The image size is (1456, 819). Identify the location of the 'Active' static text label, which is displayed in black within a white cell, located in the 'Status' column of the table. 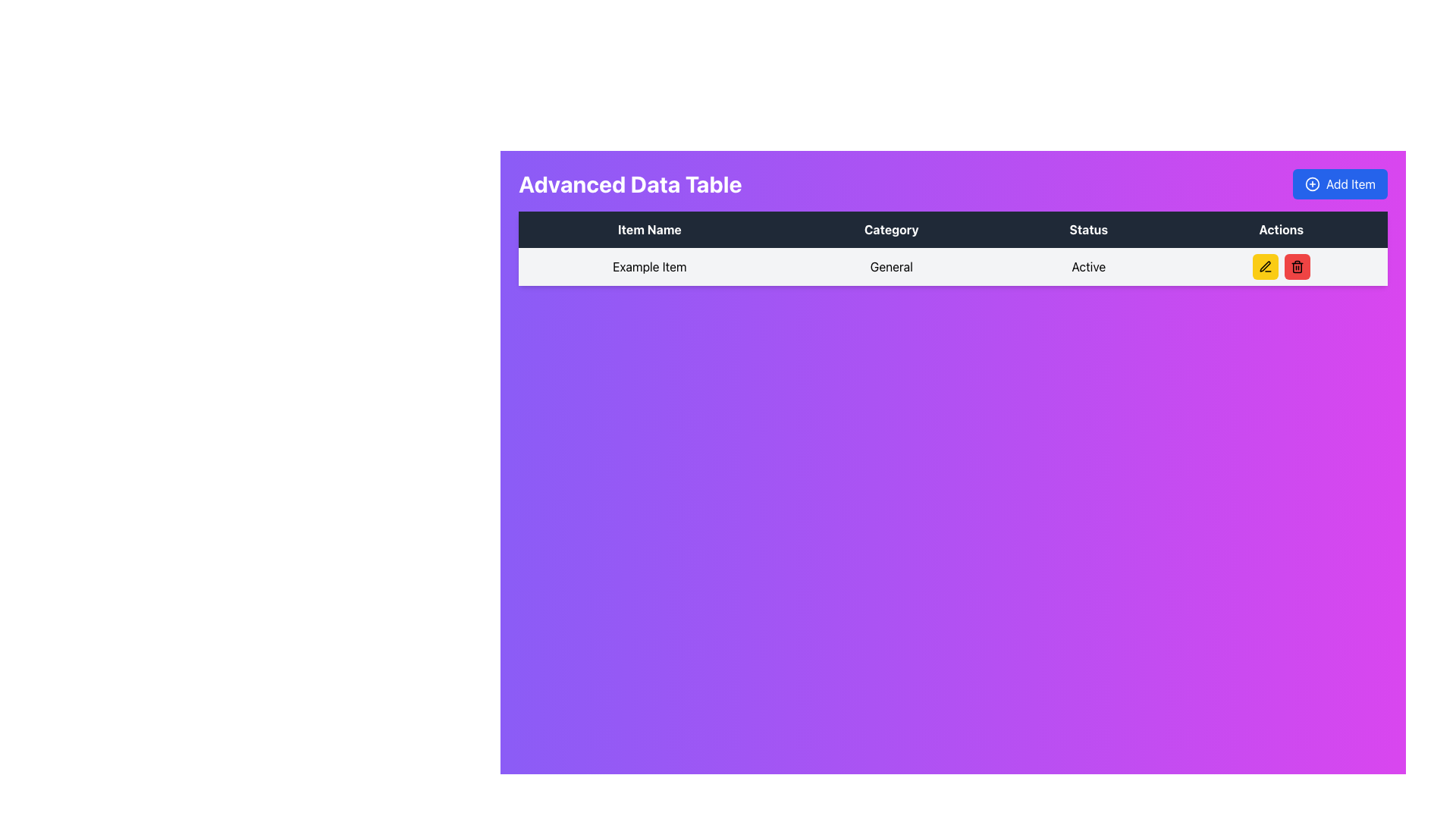
(1087, 265).